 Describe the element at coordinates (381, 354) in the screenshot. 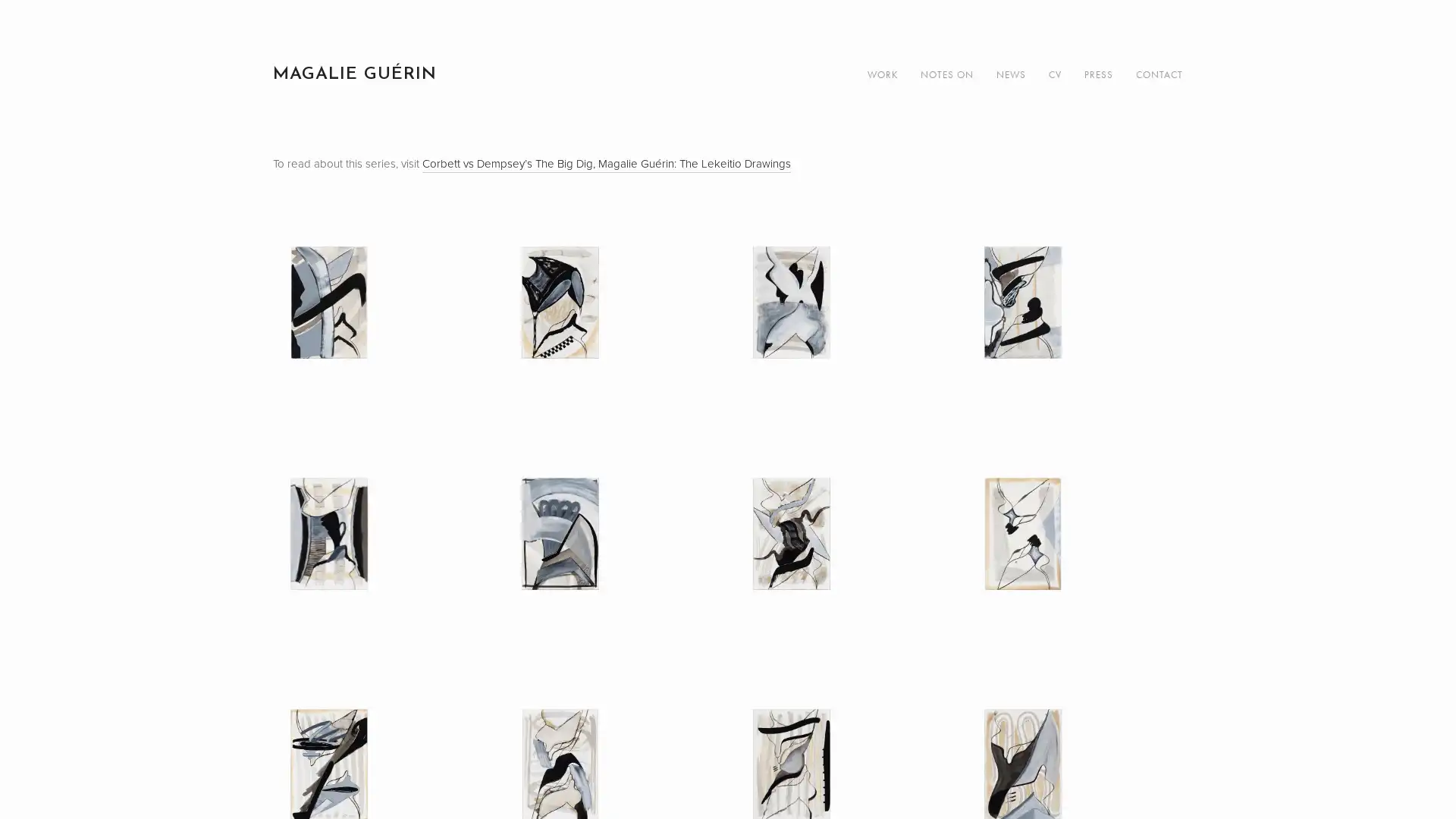

I see `View fullsize Untitled (LK 01), 2019` at that location.